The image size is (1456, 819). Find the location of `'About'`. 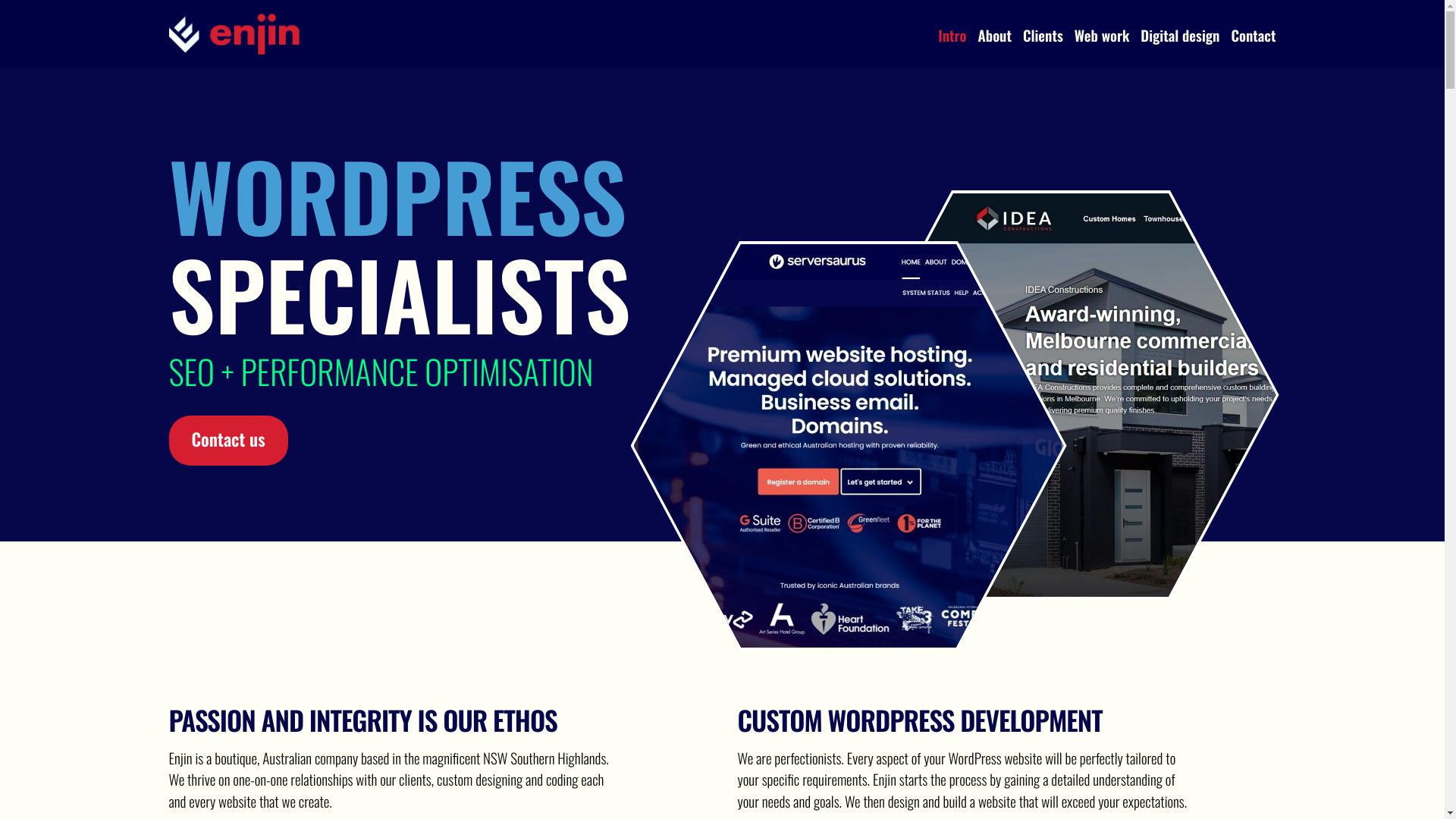

'About' is located at coordinates (978, 35).